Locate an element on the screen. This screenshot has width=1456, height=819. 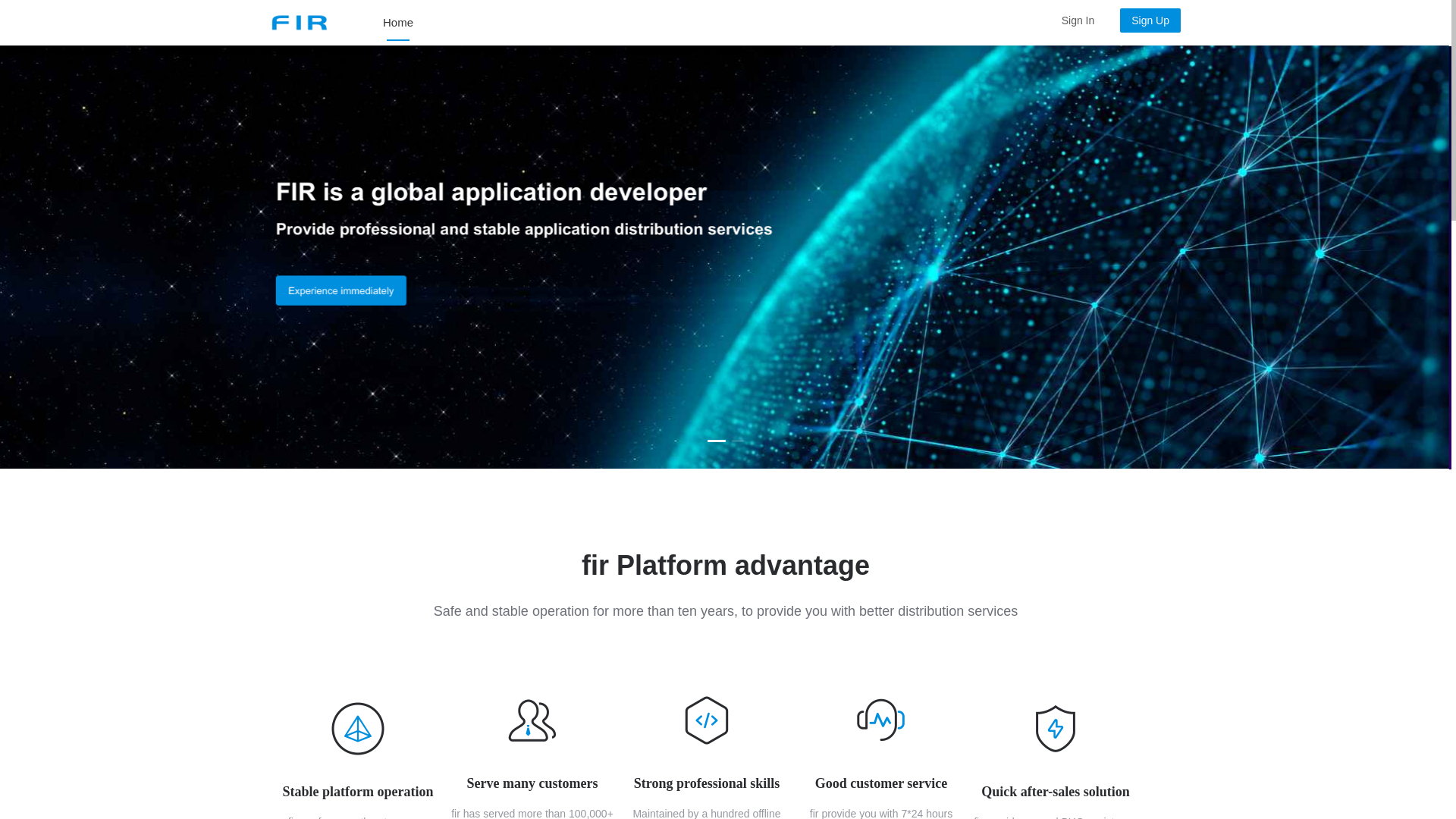
'Sign Up' is located at coordinates (1150, 20).